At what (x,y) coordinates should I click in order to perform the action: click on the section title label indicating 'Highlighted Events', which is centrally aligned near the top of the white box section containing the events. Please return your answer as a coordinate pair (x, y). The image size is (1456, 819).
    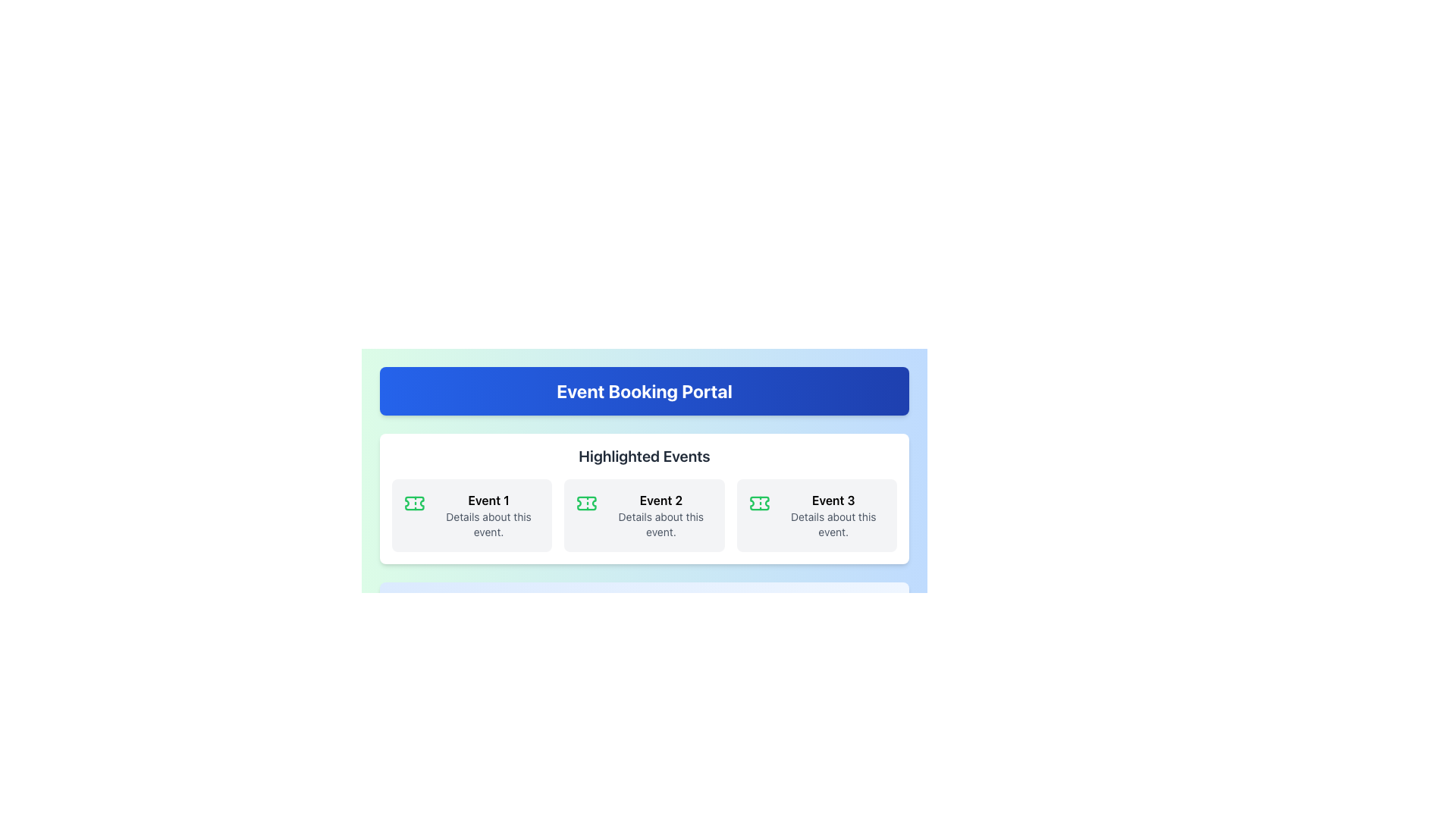
    Looking at the image, I should click on (644, 461).